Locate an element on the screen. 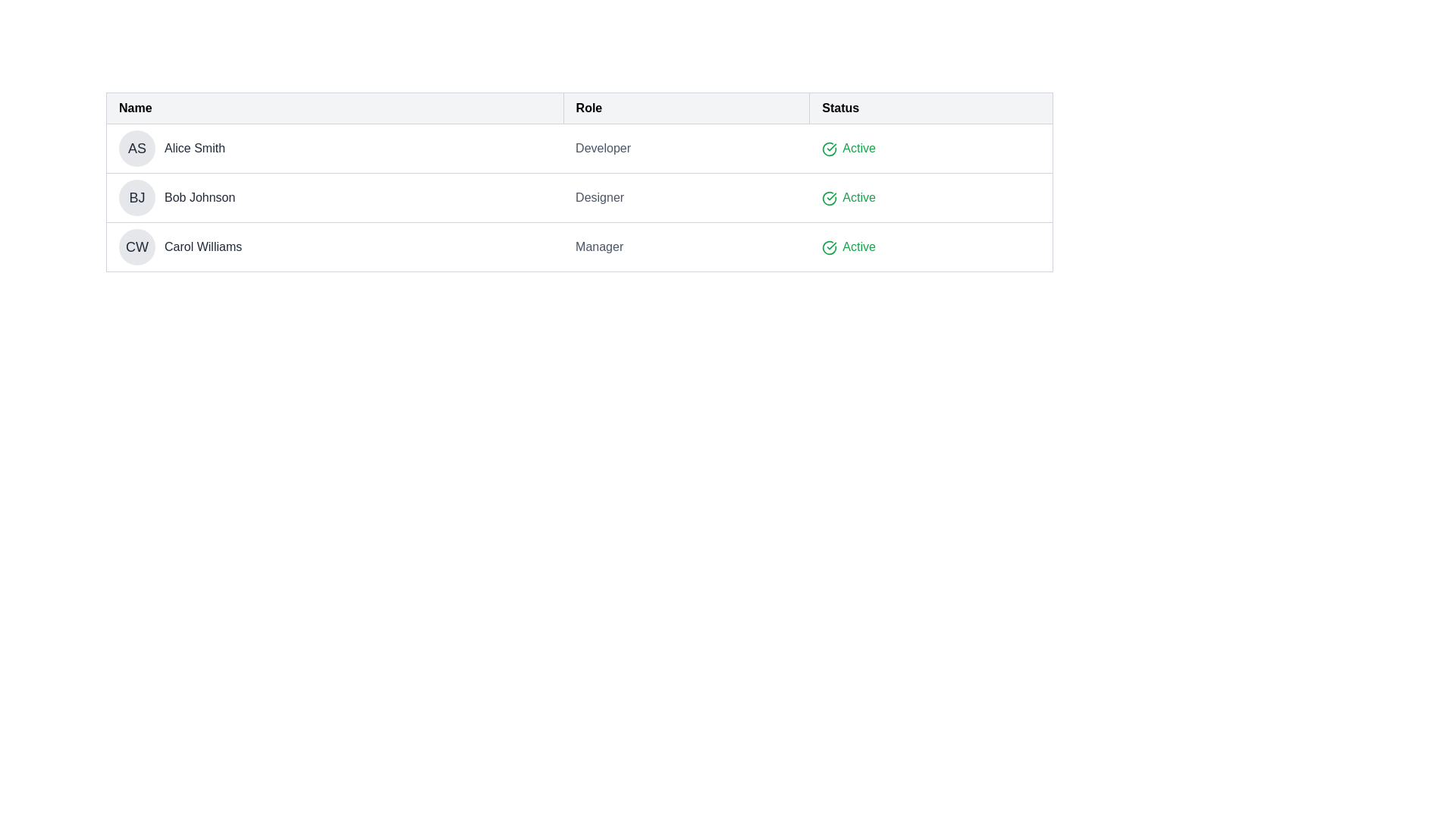  the label/text displaying the name 'Bob Johnson', which is positioned to the right of the circular icon 'BJ' in the second entry of the user/employee list is located at coordinates (199, 197).